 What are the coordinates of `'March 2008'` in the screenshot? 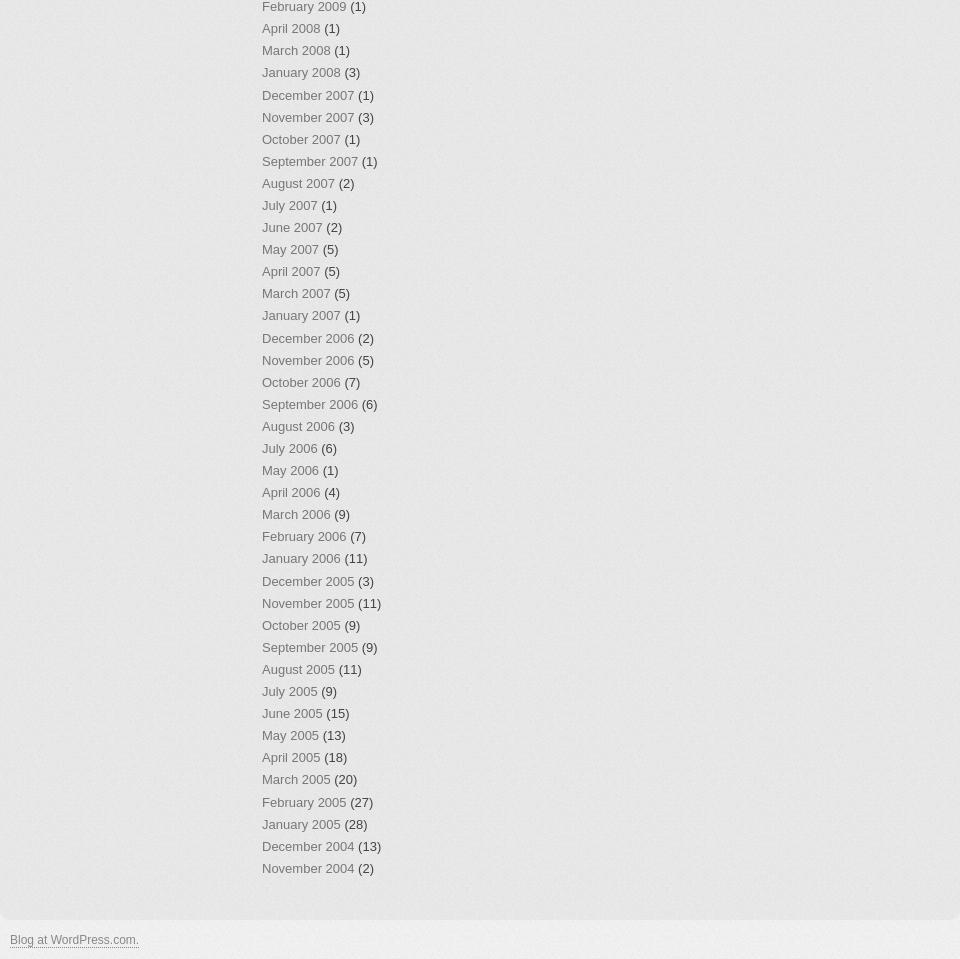 It's located at (294, 49).